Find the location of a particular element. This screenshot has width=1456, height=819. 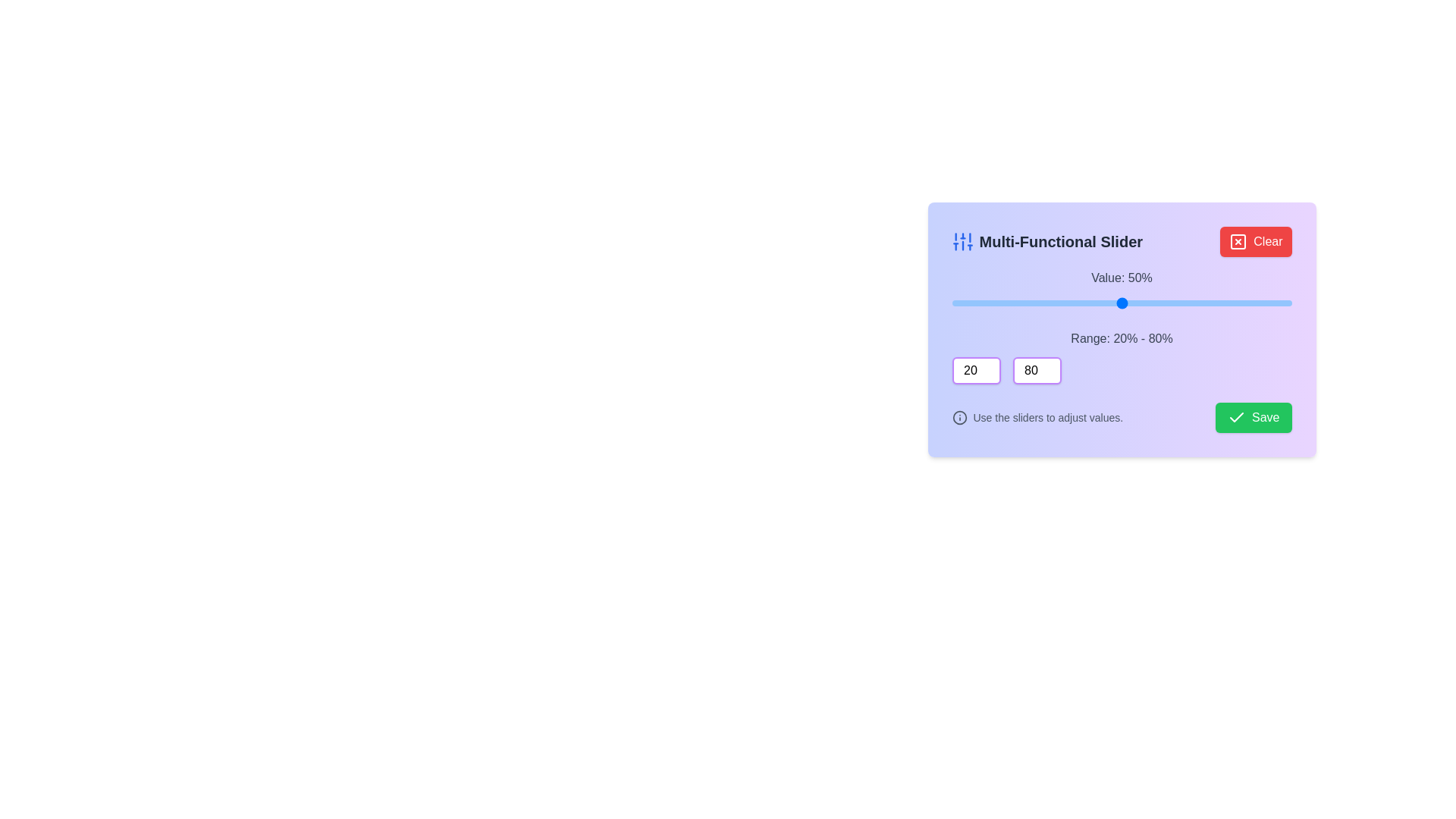

the slider value is located at coordinates (980, 303).